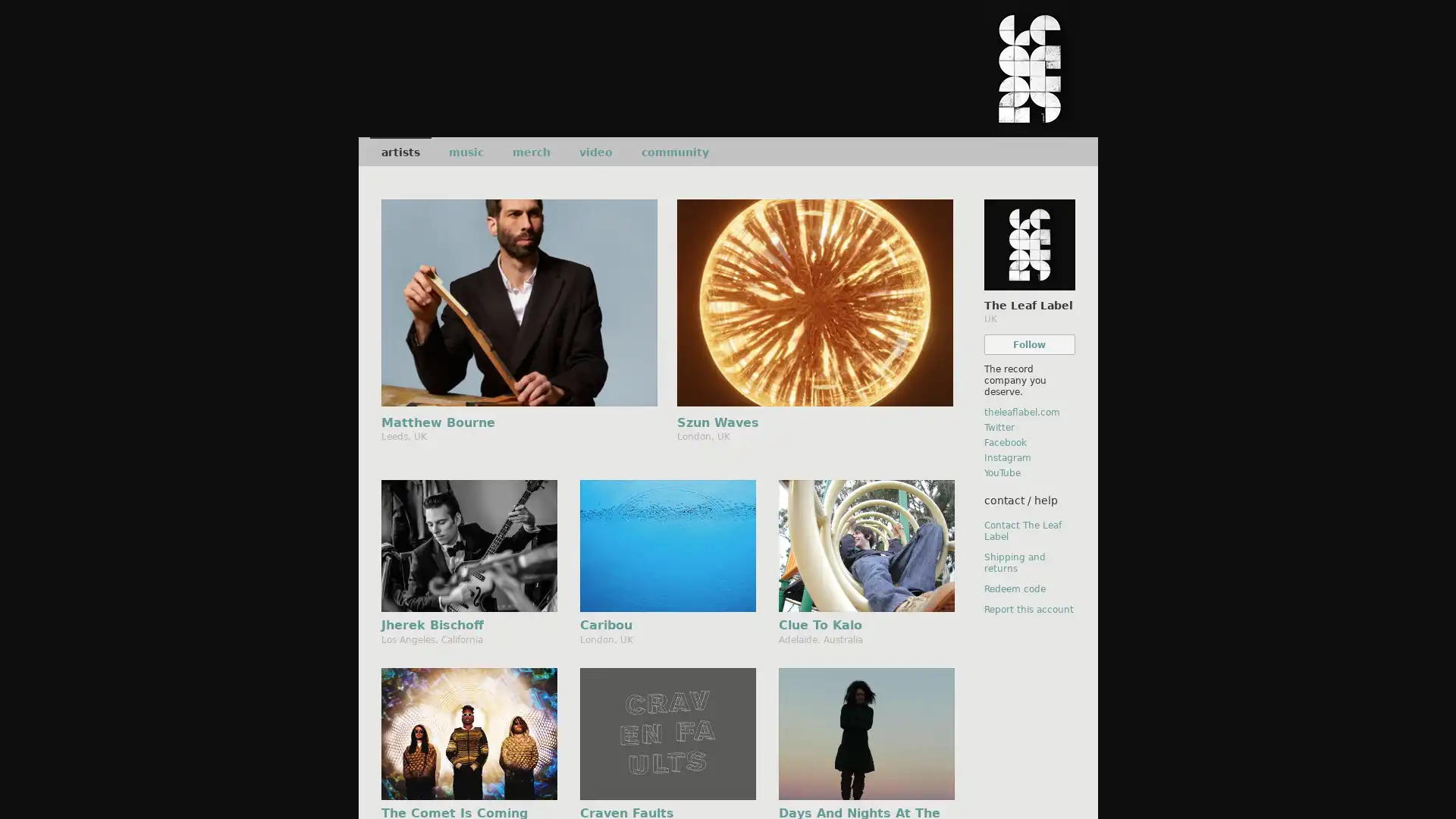 The image size is (1456, 819). Describe the element at coordinates (1029, 344) in the screenshot. I see `Follow` at that location.